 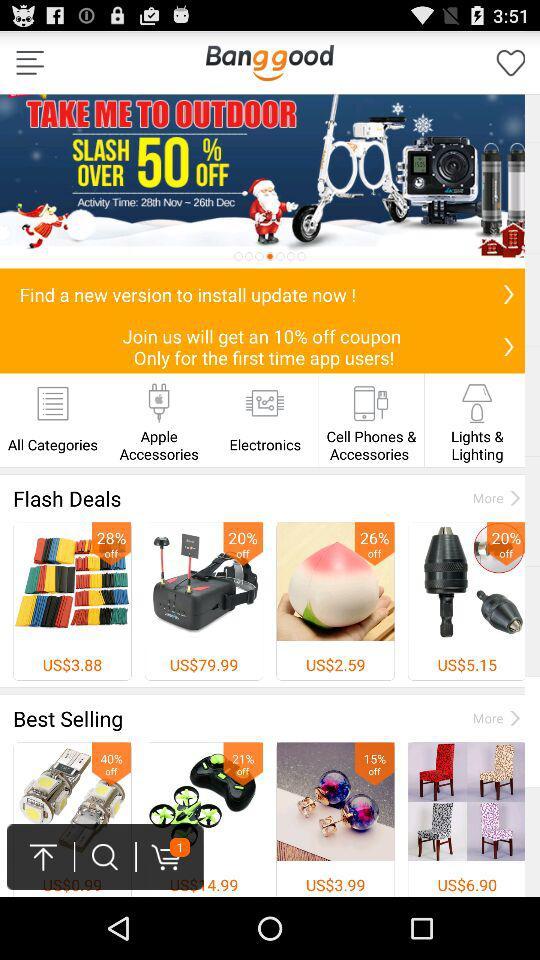 I want to click on the menu icon, so click(x=29, y=67).